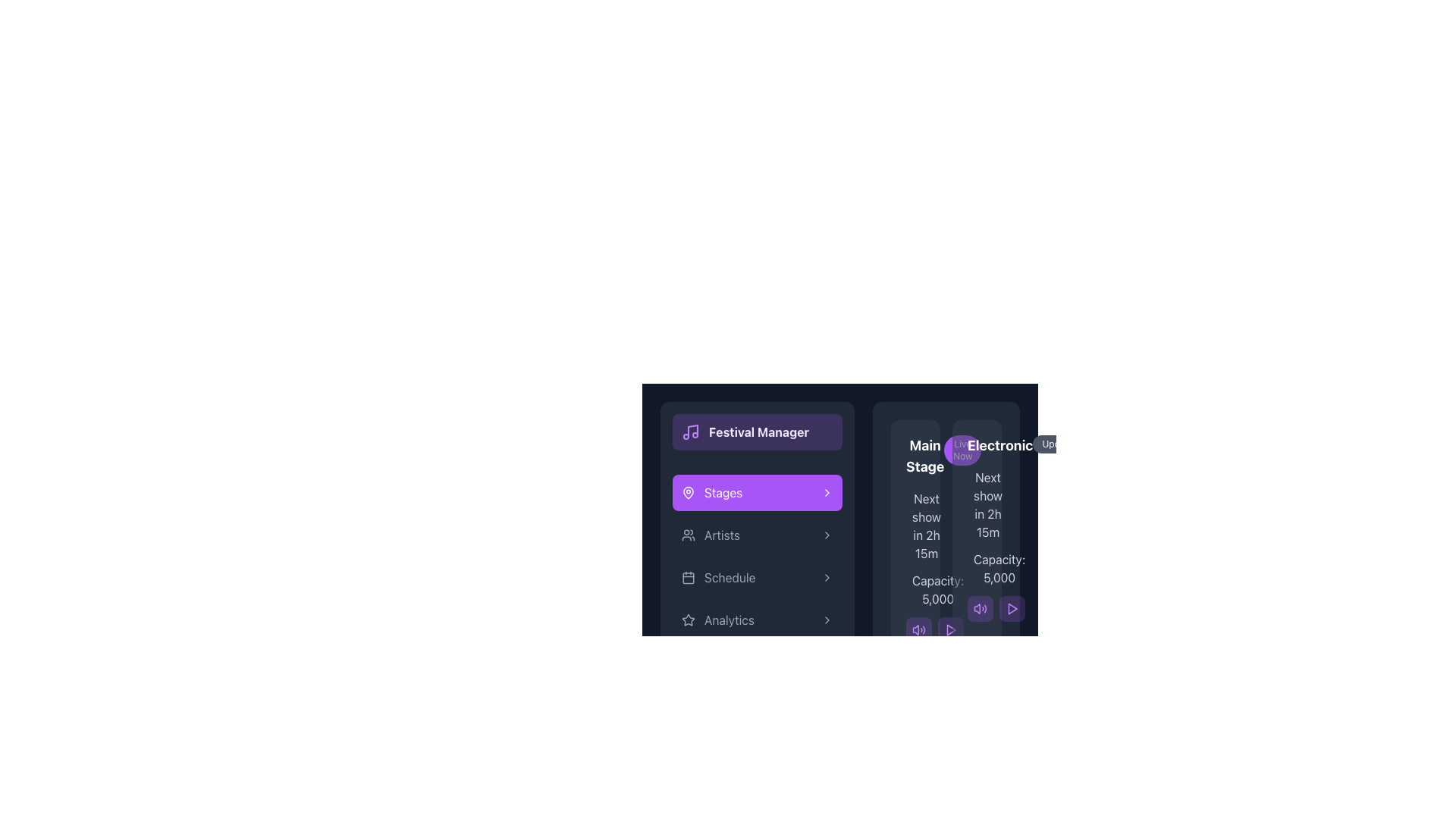  What do you see at coordinates (977, 607) in the screenshot?
I see `the Icon Button for controlling volume/audio settings` at bounding box center [977, 607].